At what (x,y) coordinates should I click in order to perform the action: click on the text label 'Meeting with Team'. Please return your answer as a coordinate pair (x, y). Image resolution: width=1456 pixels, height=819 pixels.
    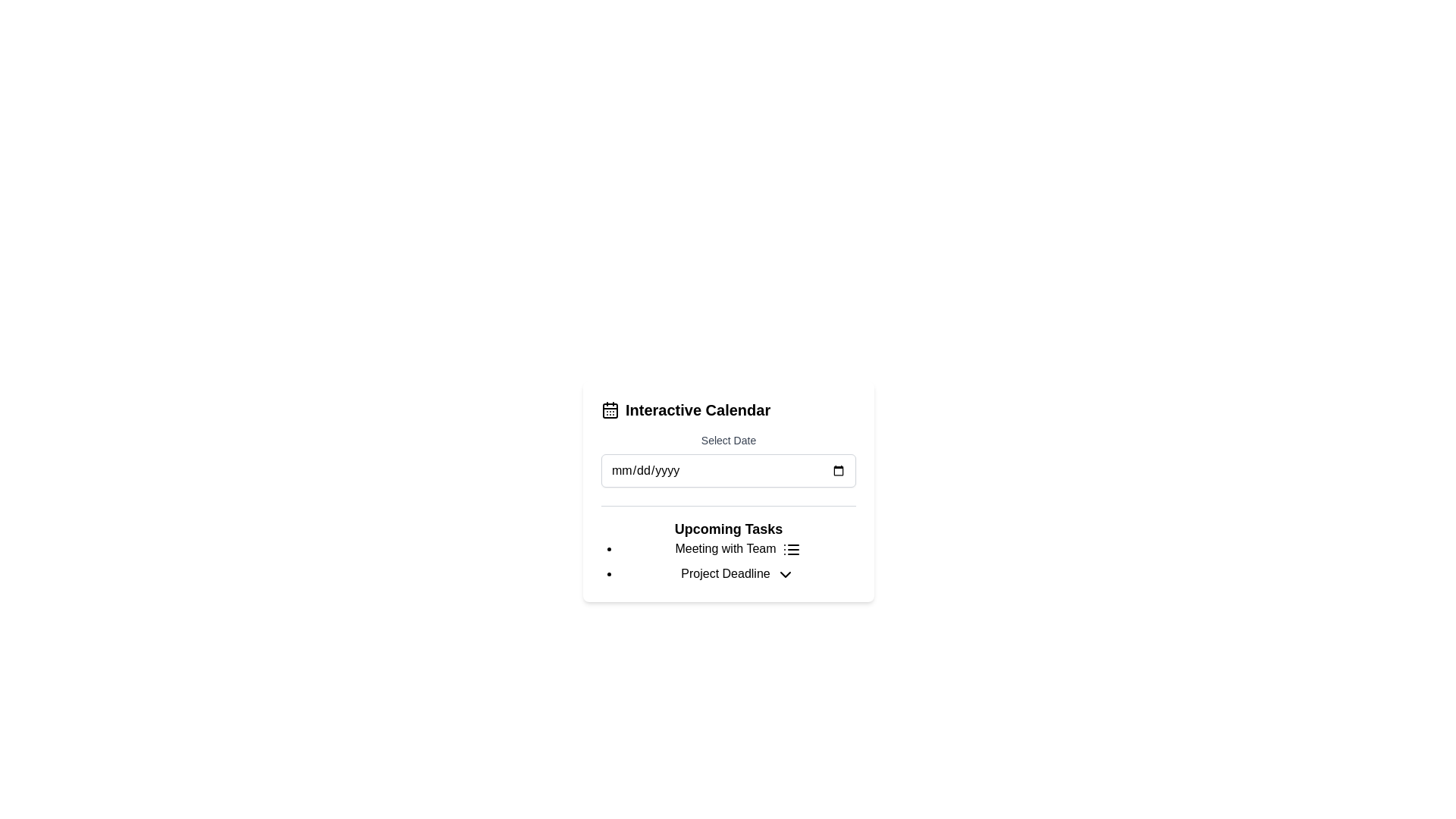
    Looking at the image, I should click on (724, 548).